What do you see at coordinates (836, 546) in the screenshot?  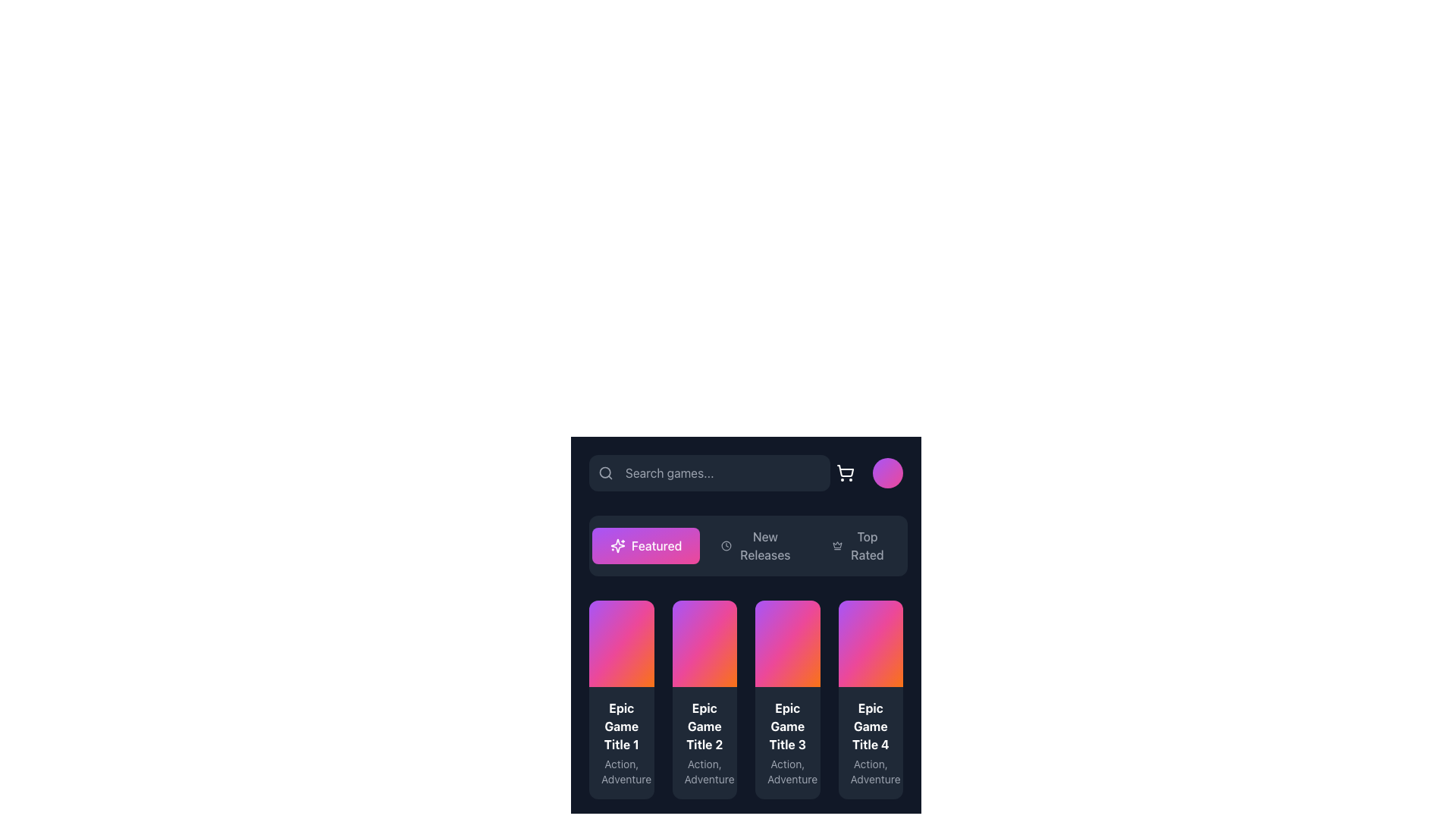 I see `the crown icon within the 'Top Rated' button, which is located on the right side of the navigation bar and features a dark background with light text` at bounding box center [836, 546].